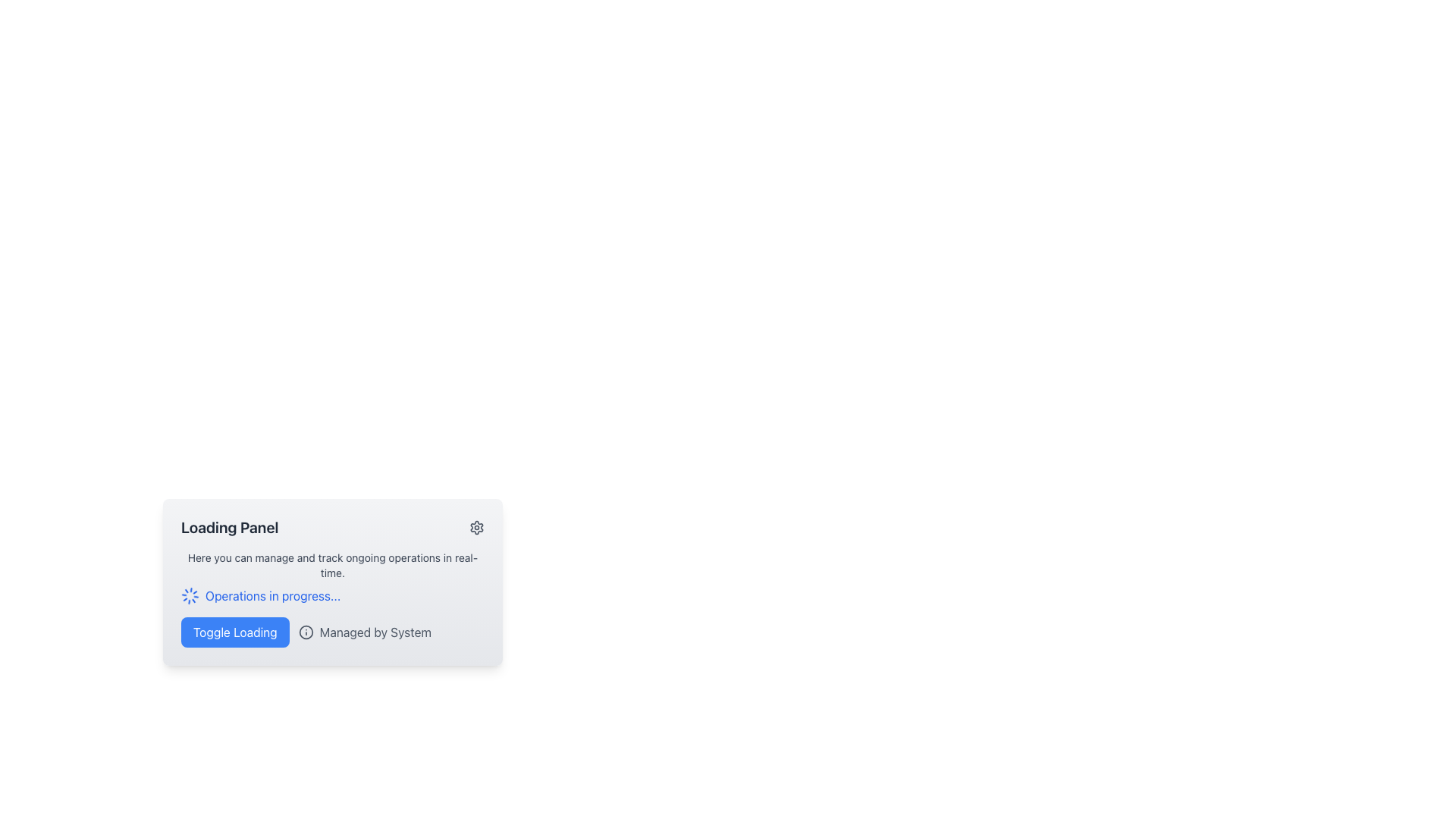 The height and width of the screenshot is (819, 1456). What do you see at coordinates (234, 632) in the screenshot?
I see `the toggle button in the 'Loading Panel'` at bounding box center [234, 632].